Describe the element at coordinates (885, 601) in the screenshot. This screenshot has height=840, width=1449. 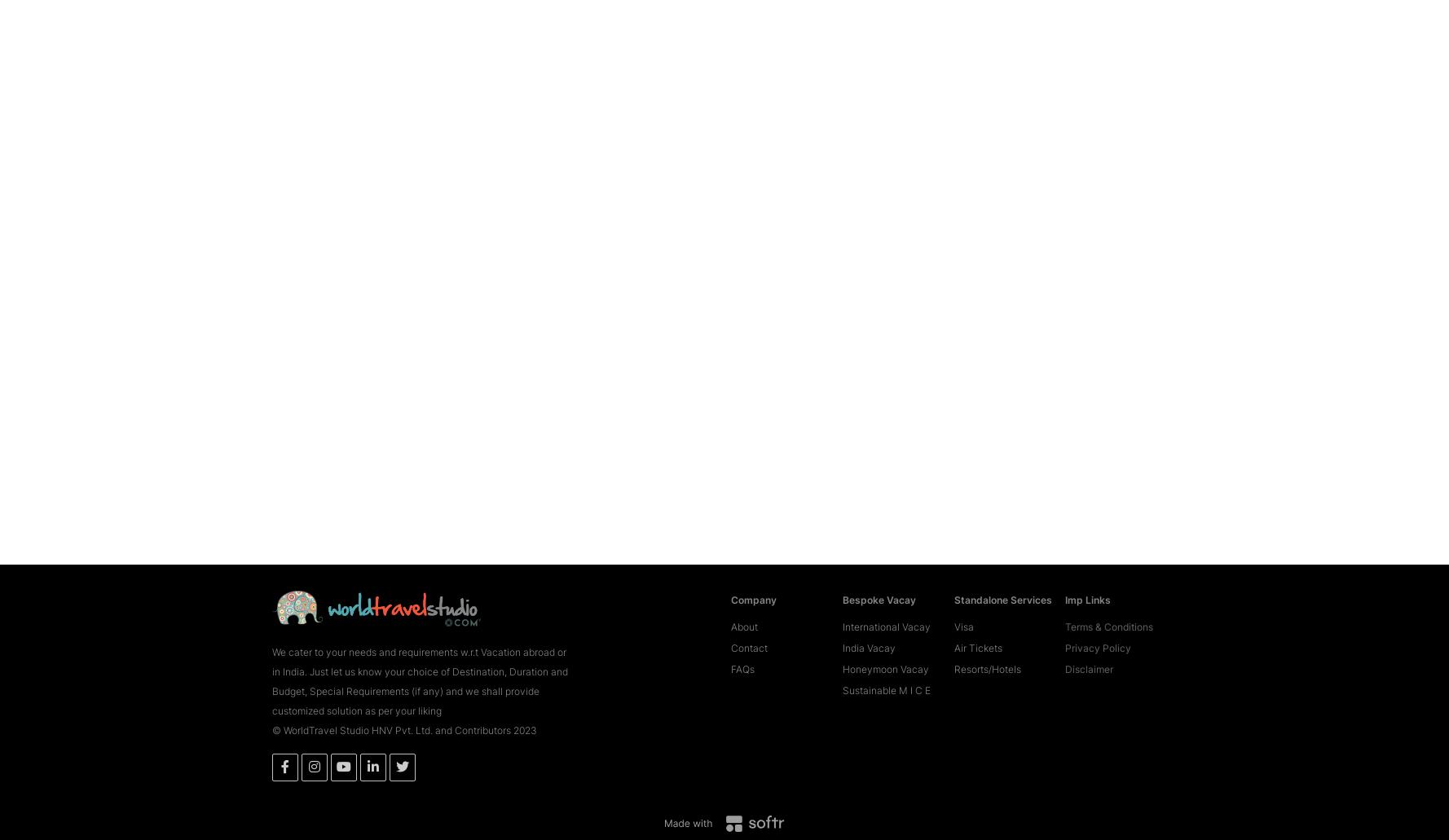
I see `'International Vacay'` at that location.